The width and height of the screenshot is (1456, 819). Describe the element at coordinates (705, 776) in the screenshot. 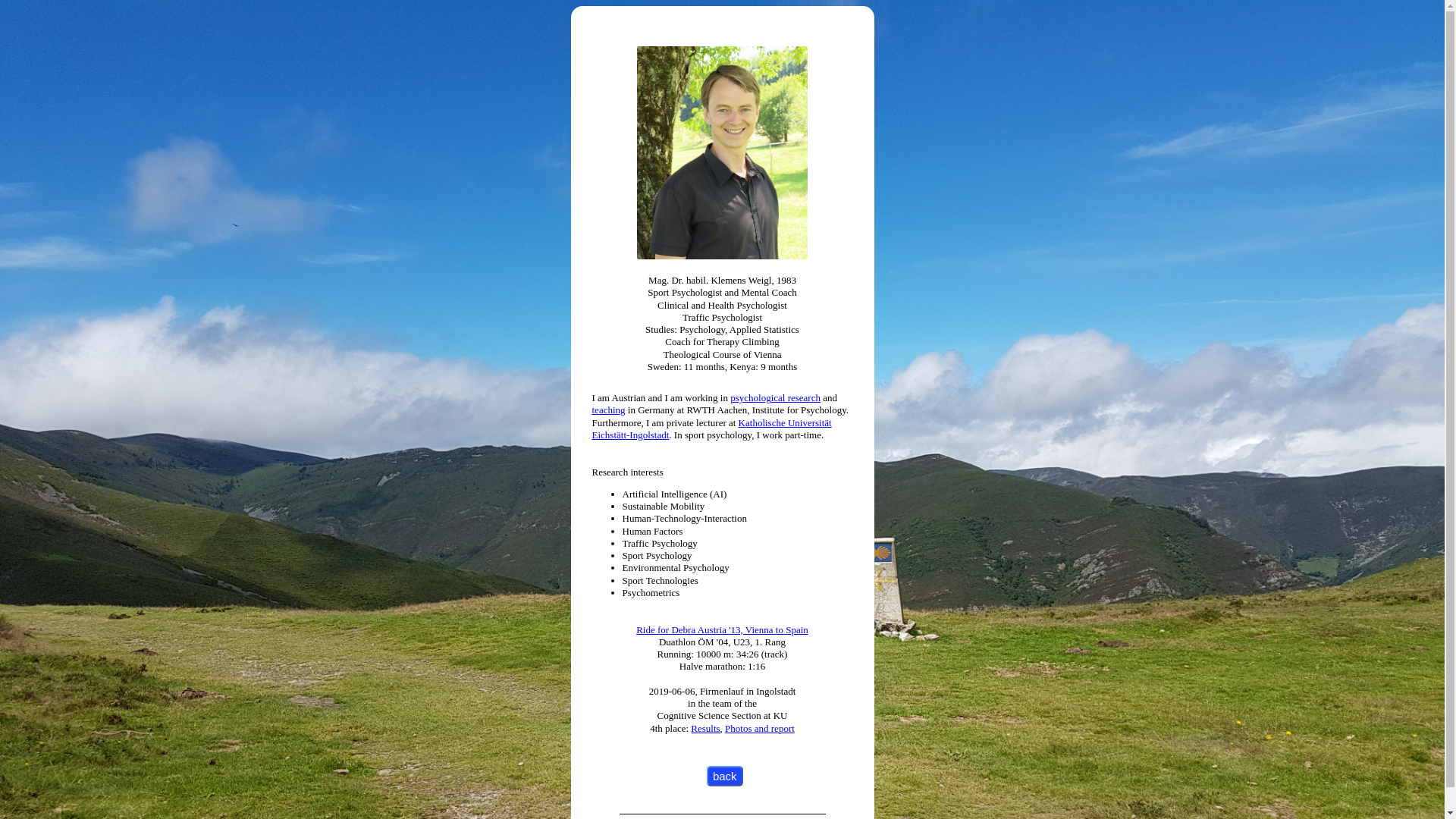

I see `'back'` at that location.